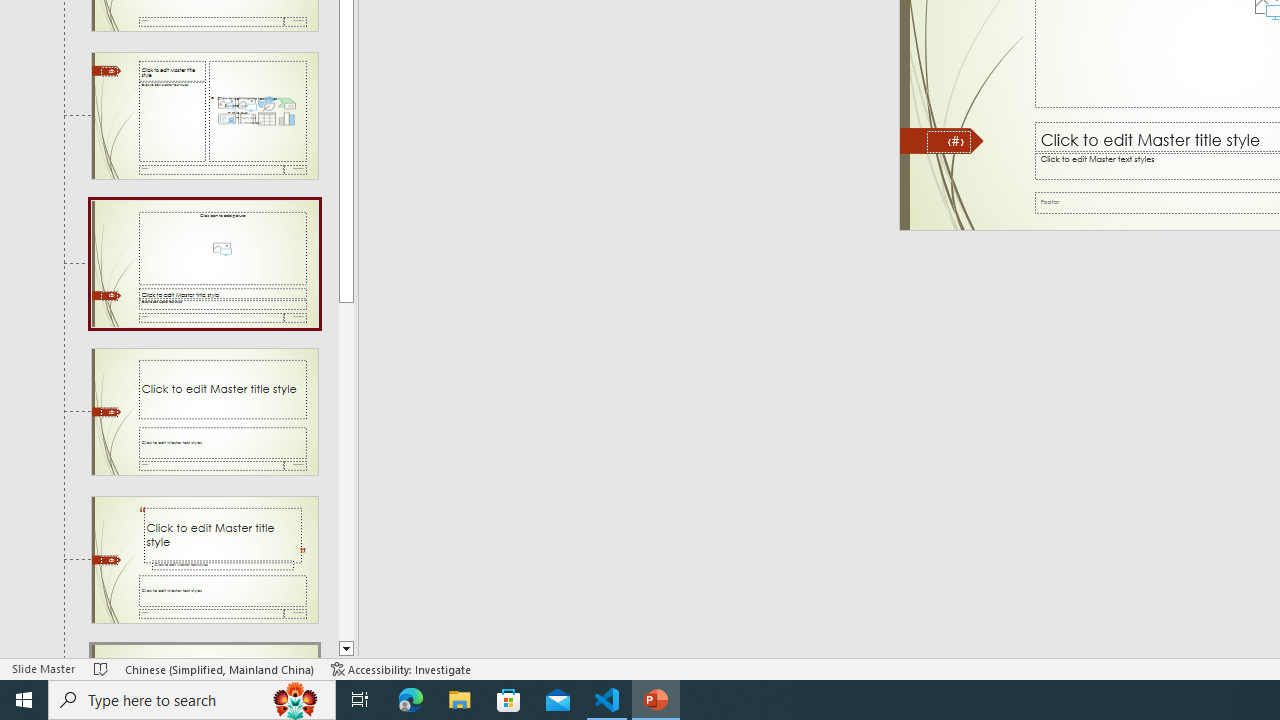 Image resolution: width=1280 pixels, height=720 pixels. Describe the element at coordinates (948, 140) in the screenshot. I see `'Slide Number'` at that location.